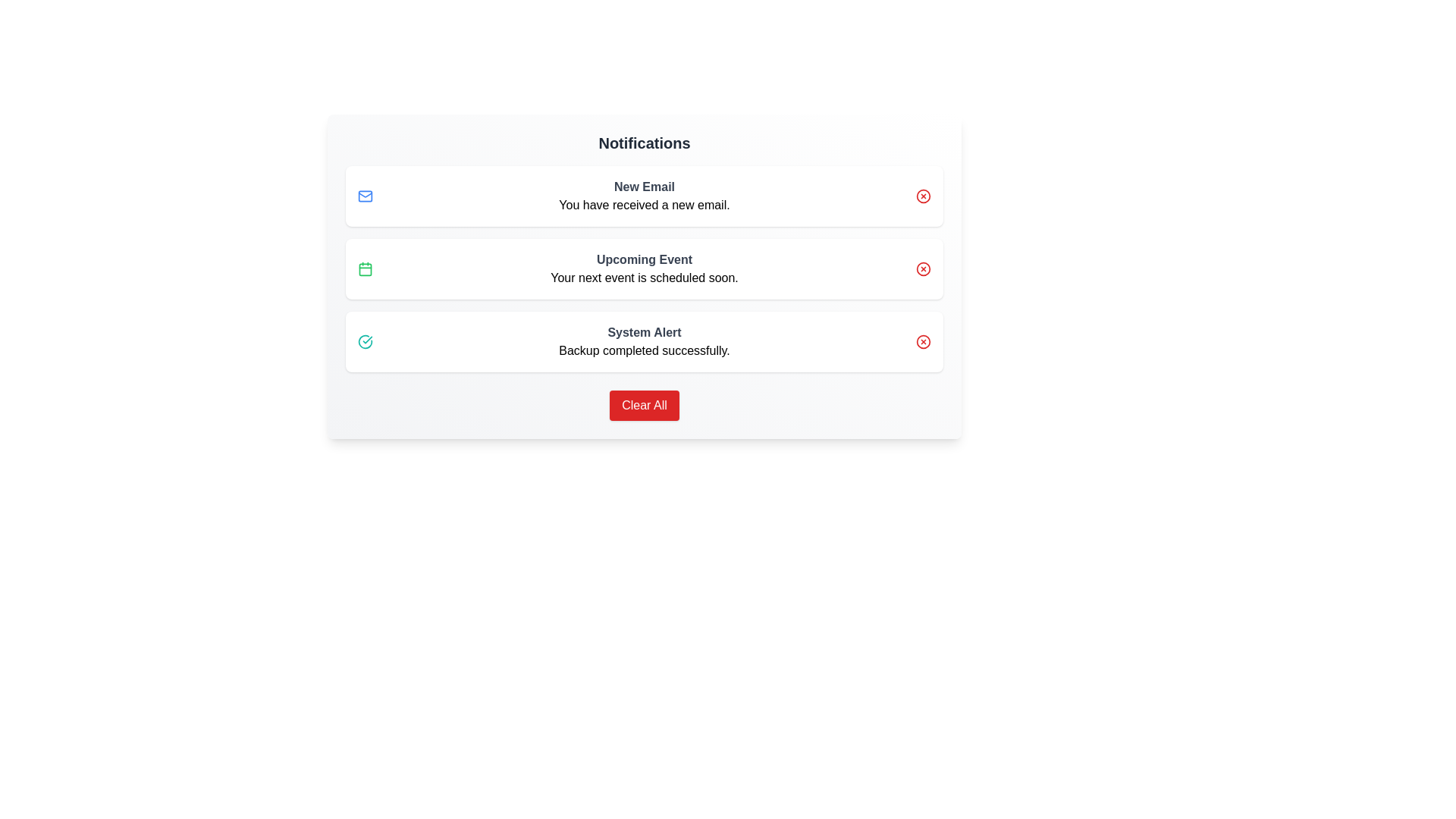 The height and width of the screenshot is (819, 1456). I want to click on the email notification icon, which is part of the envelope icon adjacent to the 'New Email' label in the topmost notification block, so click(365, 195).